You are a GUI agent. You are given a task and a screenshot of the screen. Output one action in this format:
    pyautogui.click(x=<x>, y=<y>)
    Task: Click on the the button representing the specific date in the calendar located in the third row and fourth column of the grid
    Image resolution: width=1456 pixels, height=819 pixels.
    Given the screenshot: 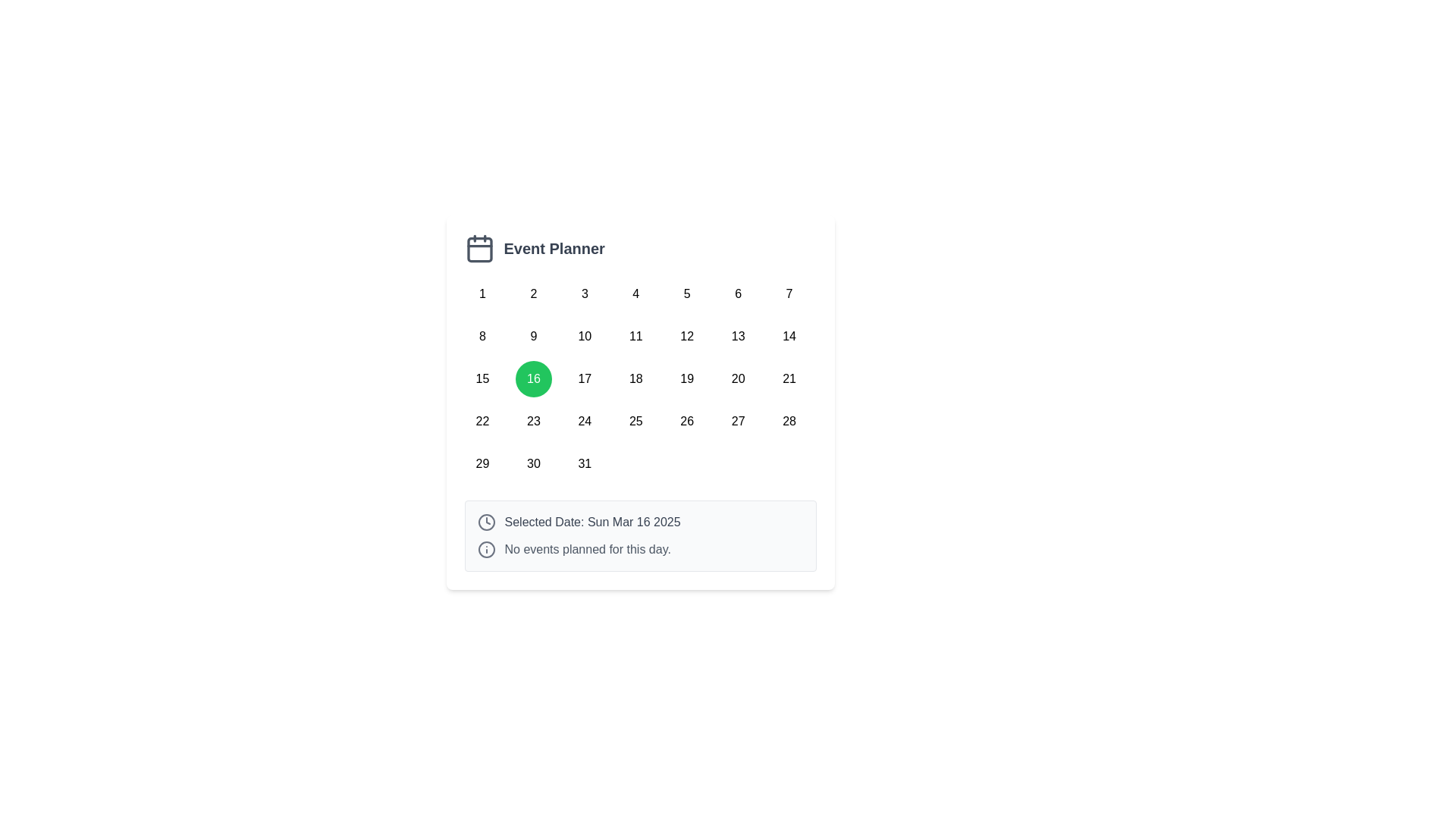 What is the action you would take?
    pyautogui.click(x=584, y=378)
    